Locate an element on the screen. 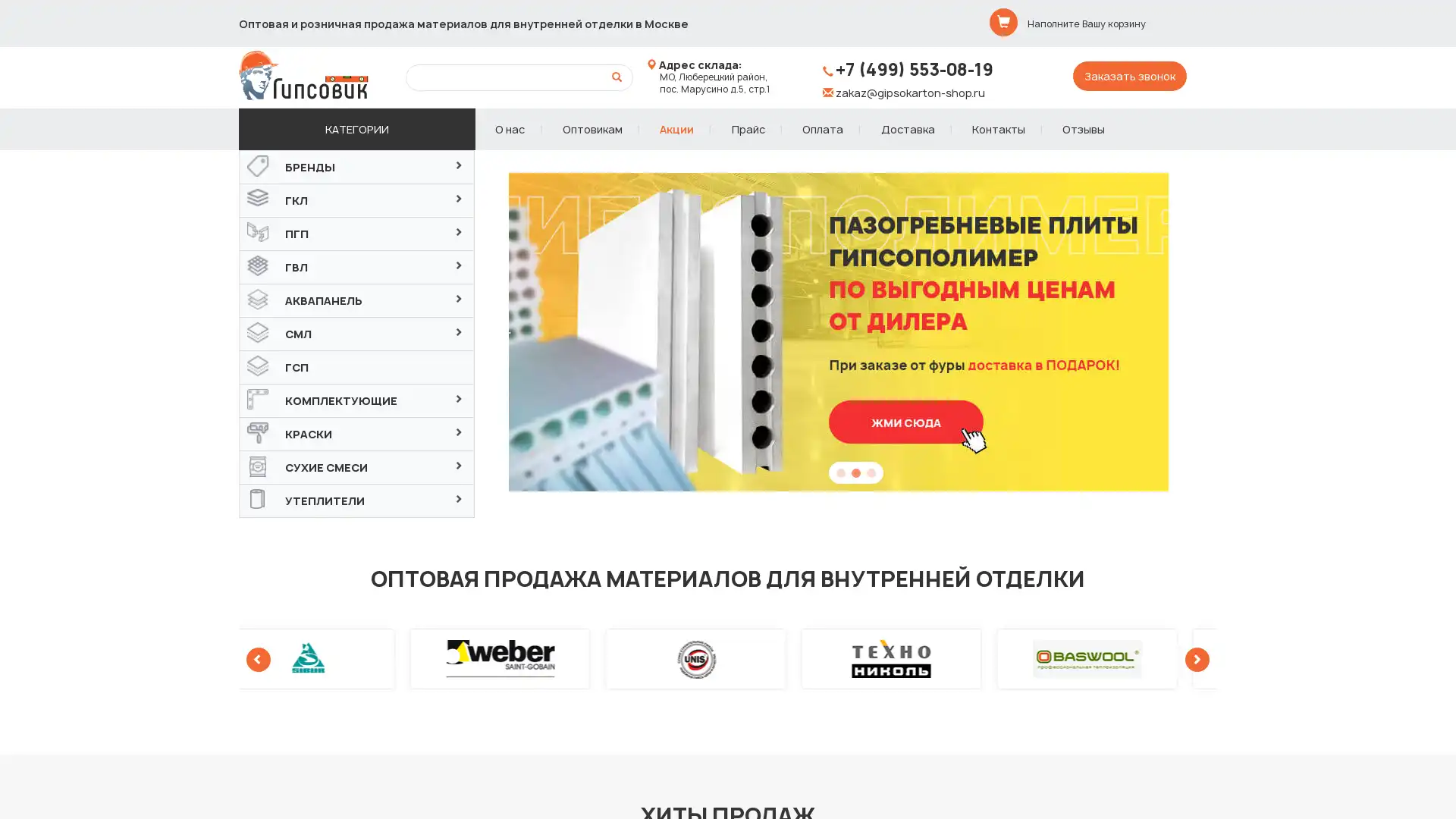 The image size is (1456, 819). 3 is located at coordinates (871, 475).